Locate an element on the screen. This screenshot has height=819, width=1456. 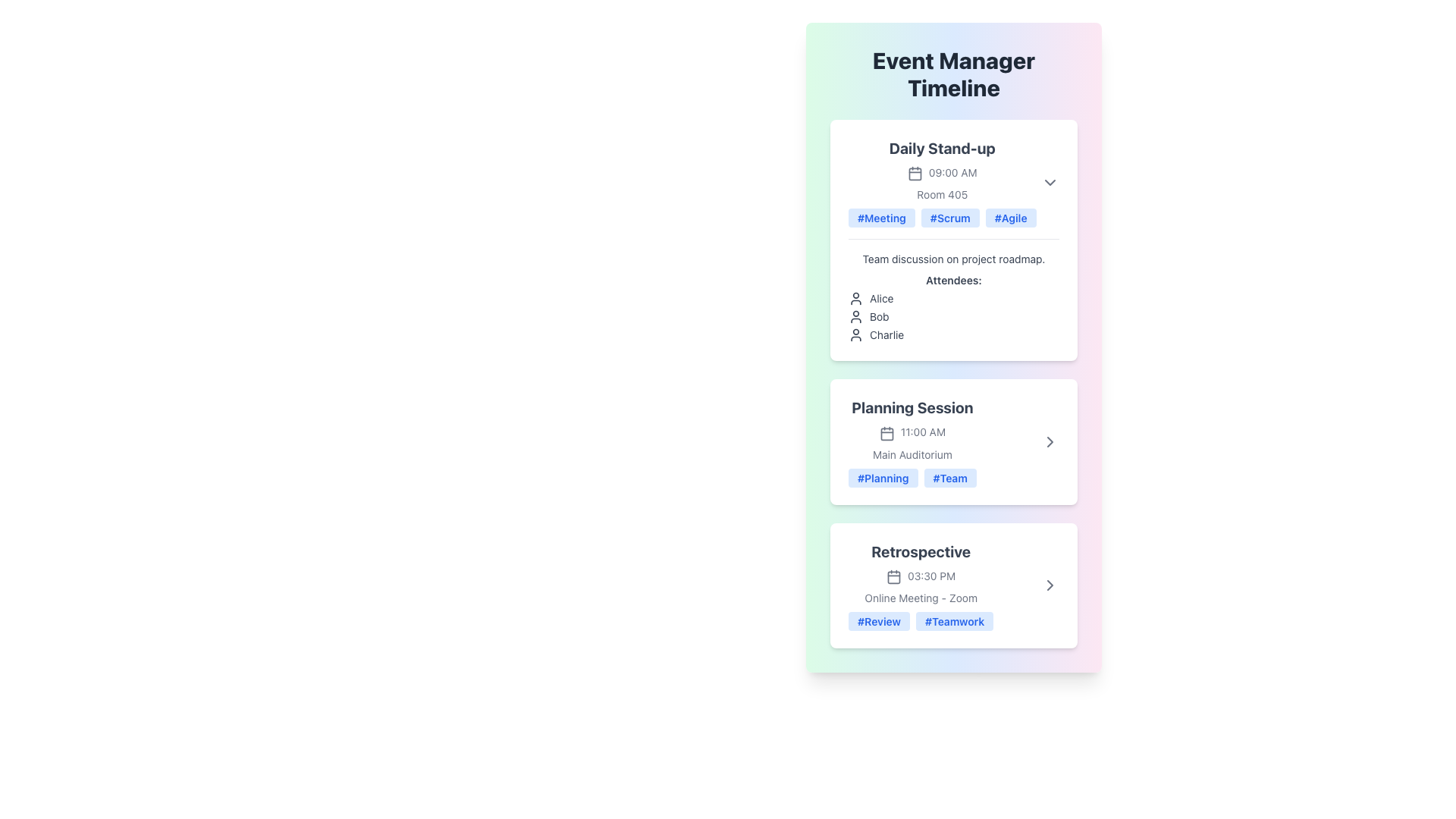
the 'Meeting' label in the 'Daily Stand-up' section is located at coordinates (881, 218).